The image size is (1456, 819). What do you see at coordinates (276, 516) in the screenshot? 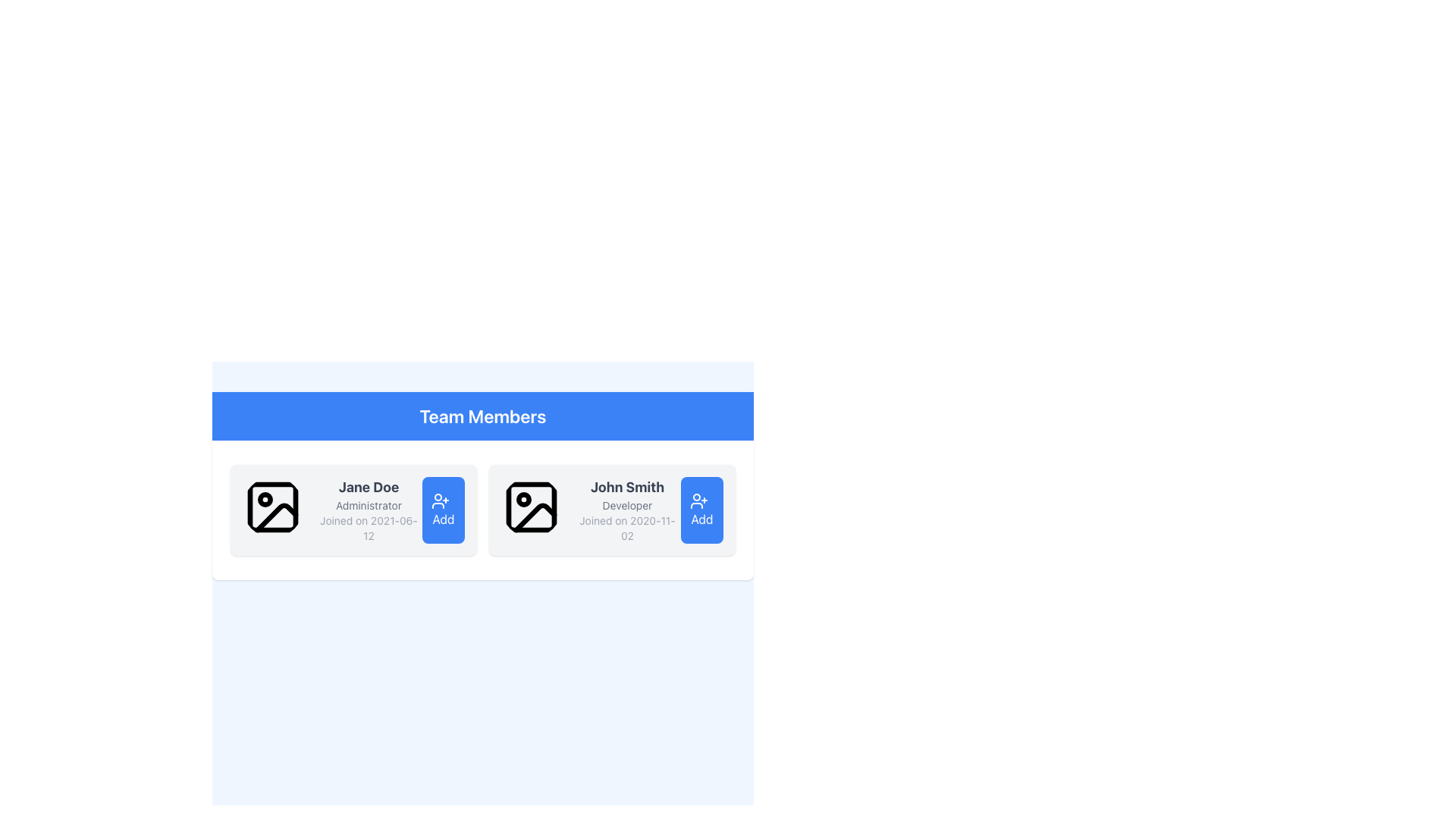
I see `the broken image indicator icon located at the top-left corner of the image placeholder in the 'Jane Doe' team member card` at bounding box center [276, 516].